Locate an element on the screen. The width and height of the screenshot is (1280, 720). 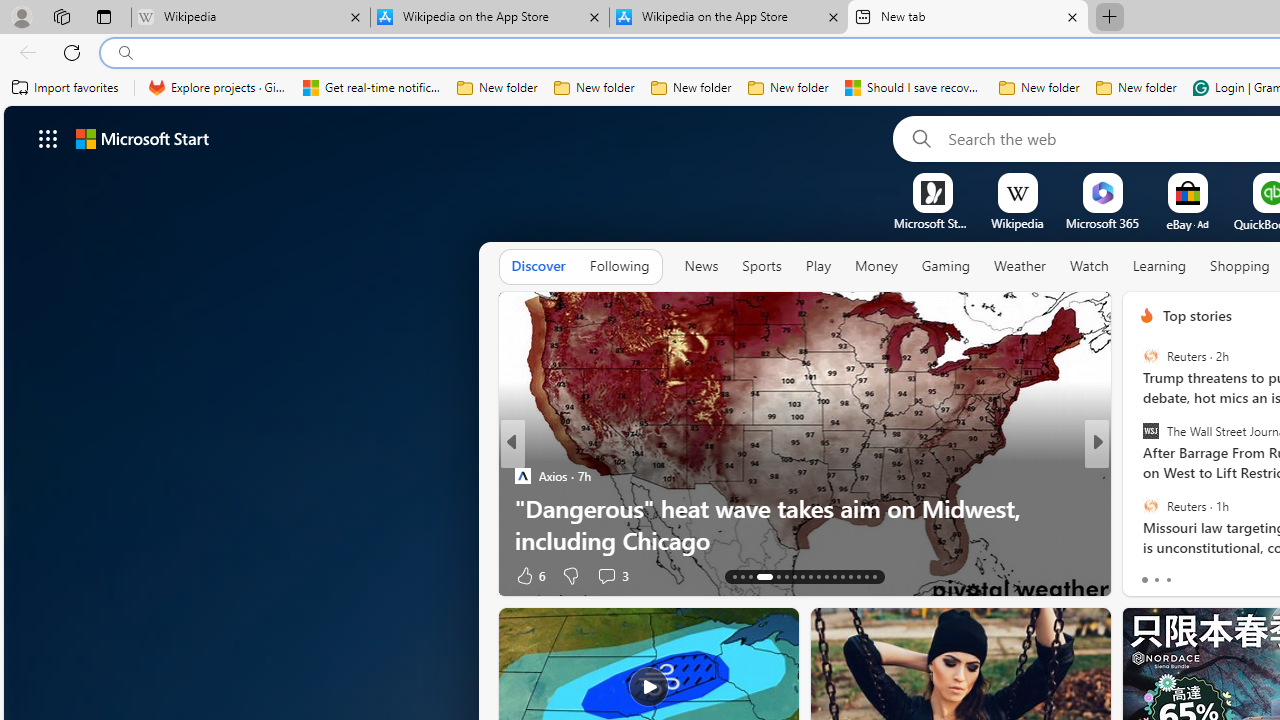
'149 Like' is located at coordinates (1152, 575).